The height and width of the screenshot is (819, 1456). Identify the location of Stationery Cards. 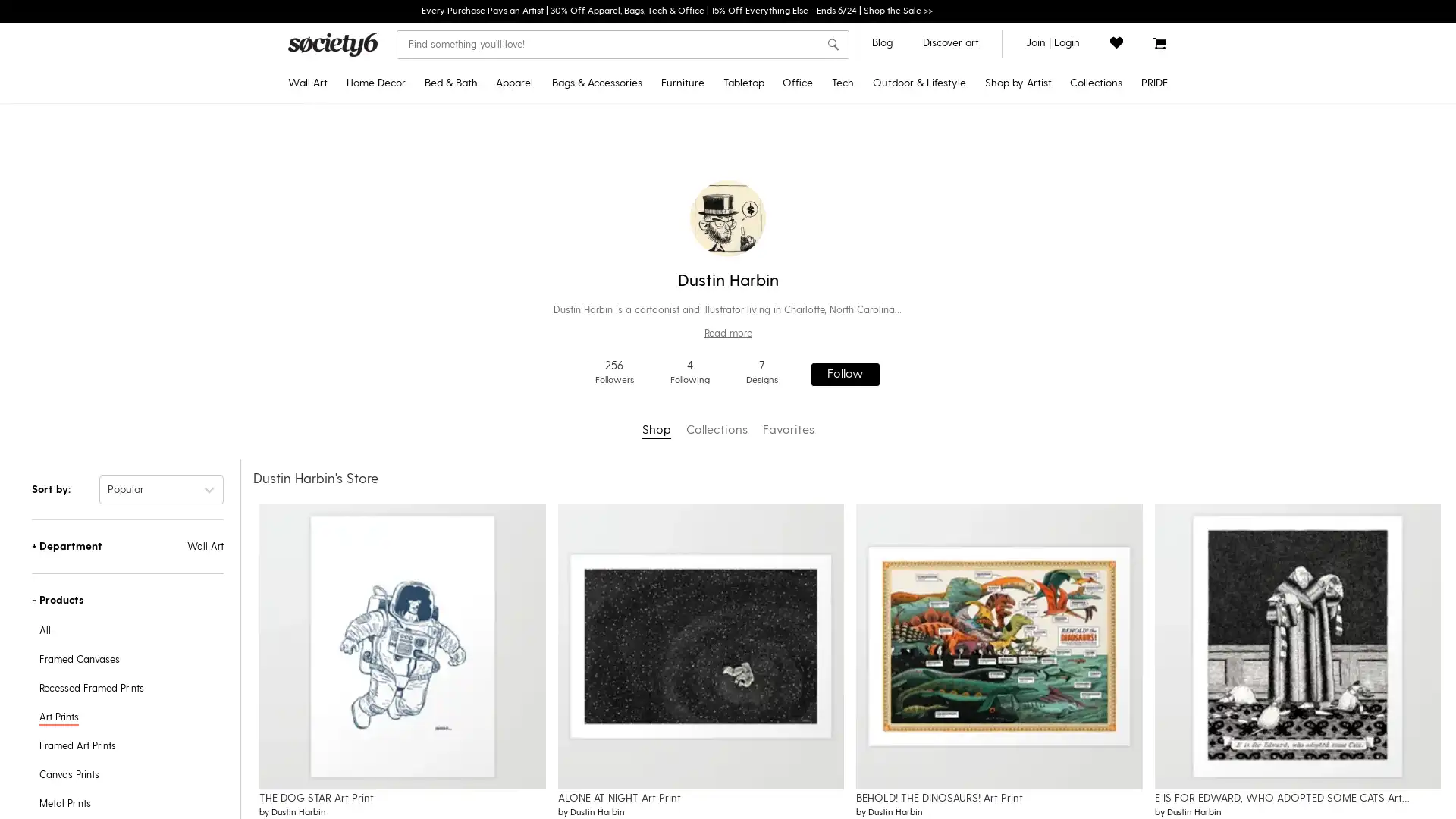
(835, 317).